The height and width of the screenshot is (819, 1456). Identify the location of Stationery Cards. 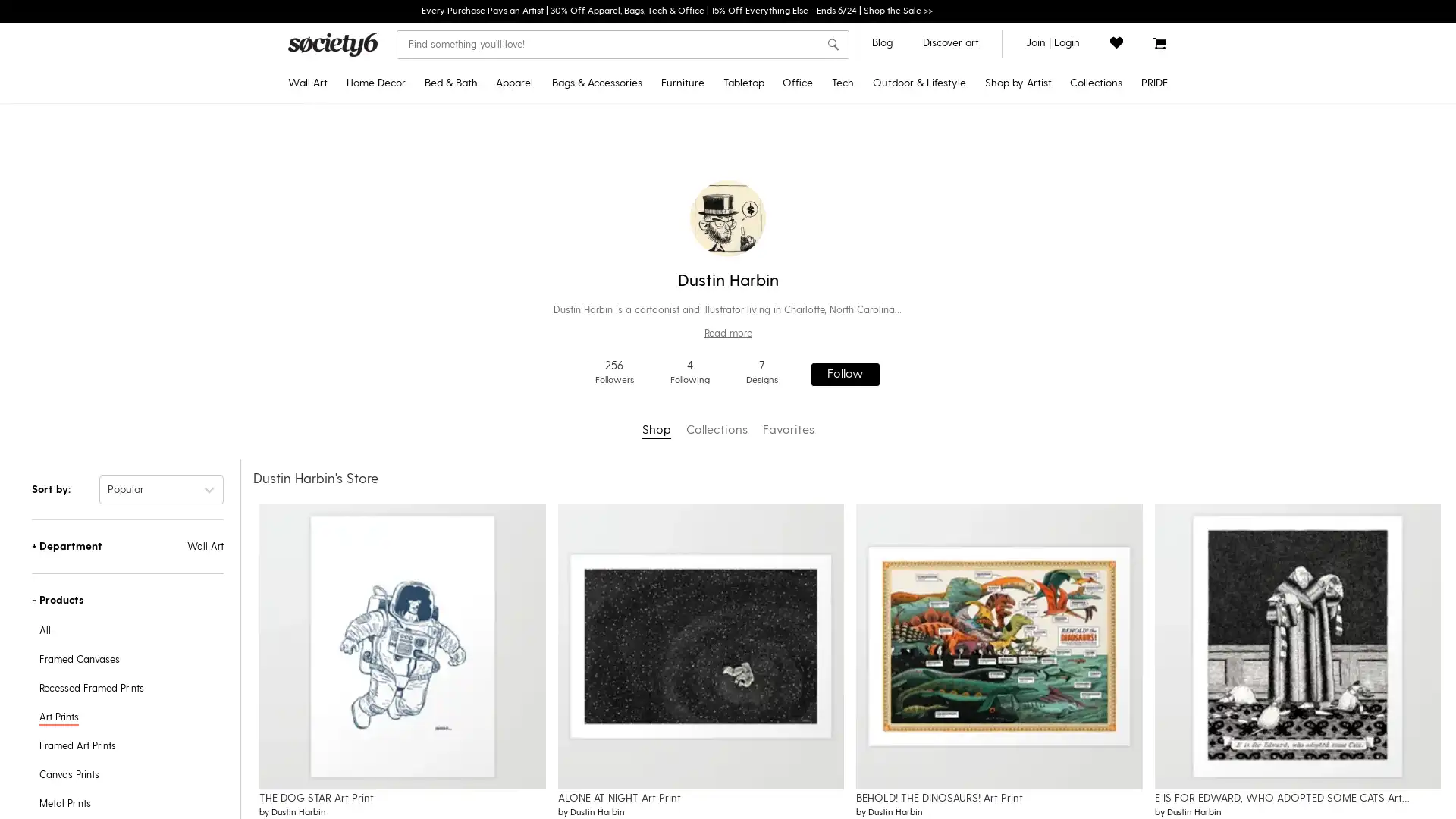
(835, 317).